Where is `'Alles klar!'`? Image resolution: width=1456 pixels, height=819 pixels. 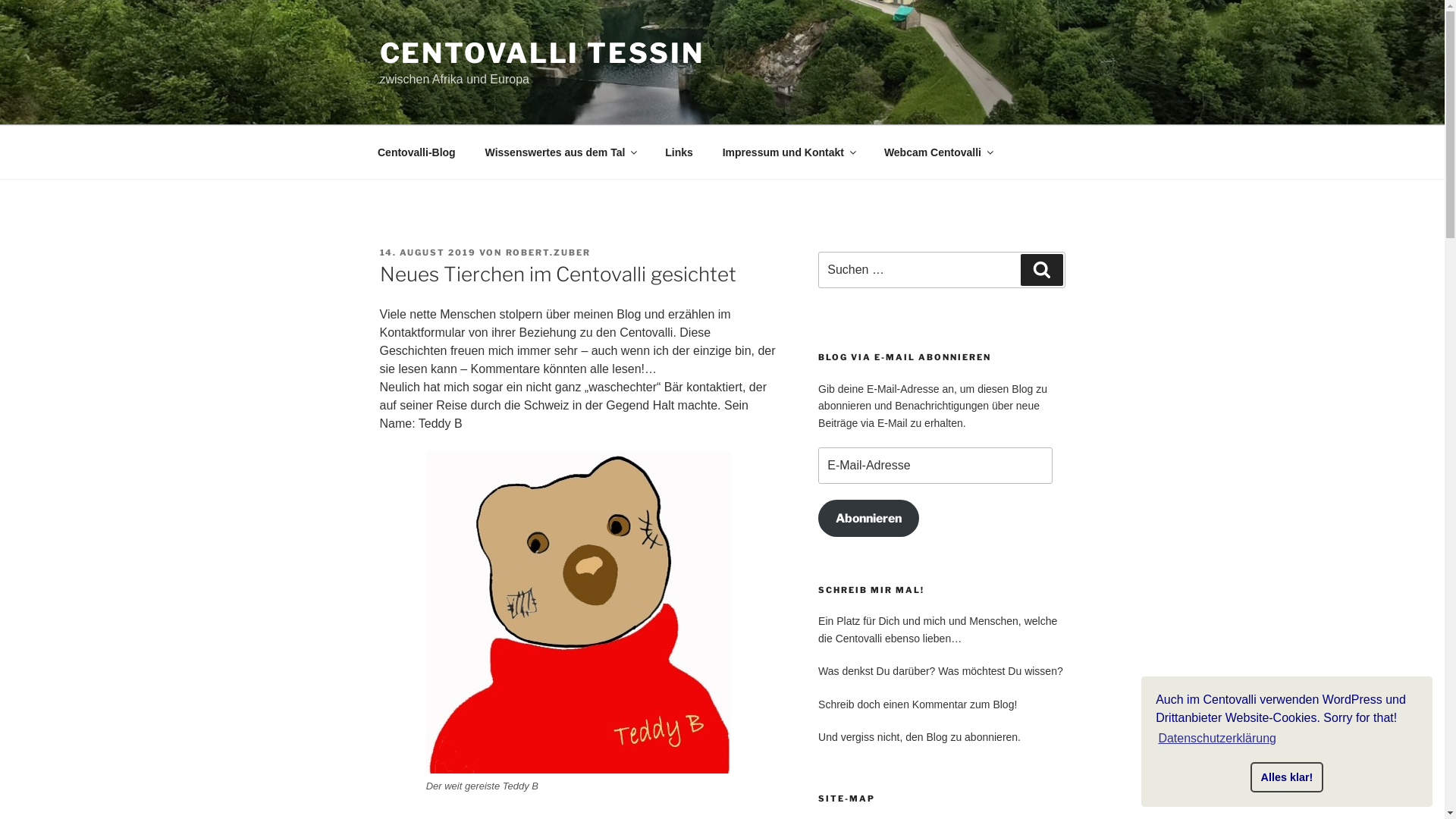 'Alles klar!' is located at coordinates (1286, 777).